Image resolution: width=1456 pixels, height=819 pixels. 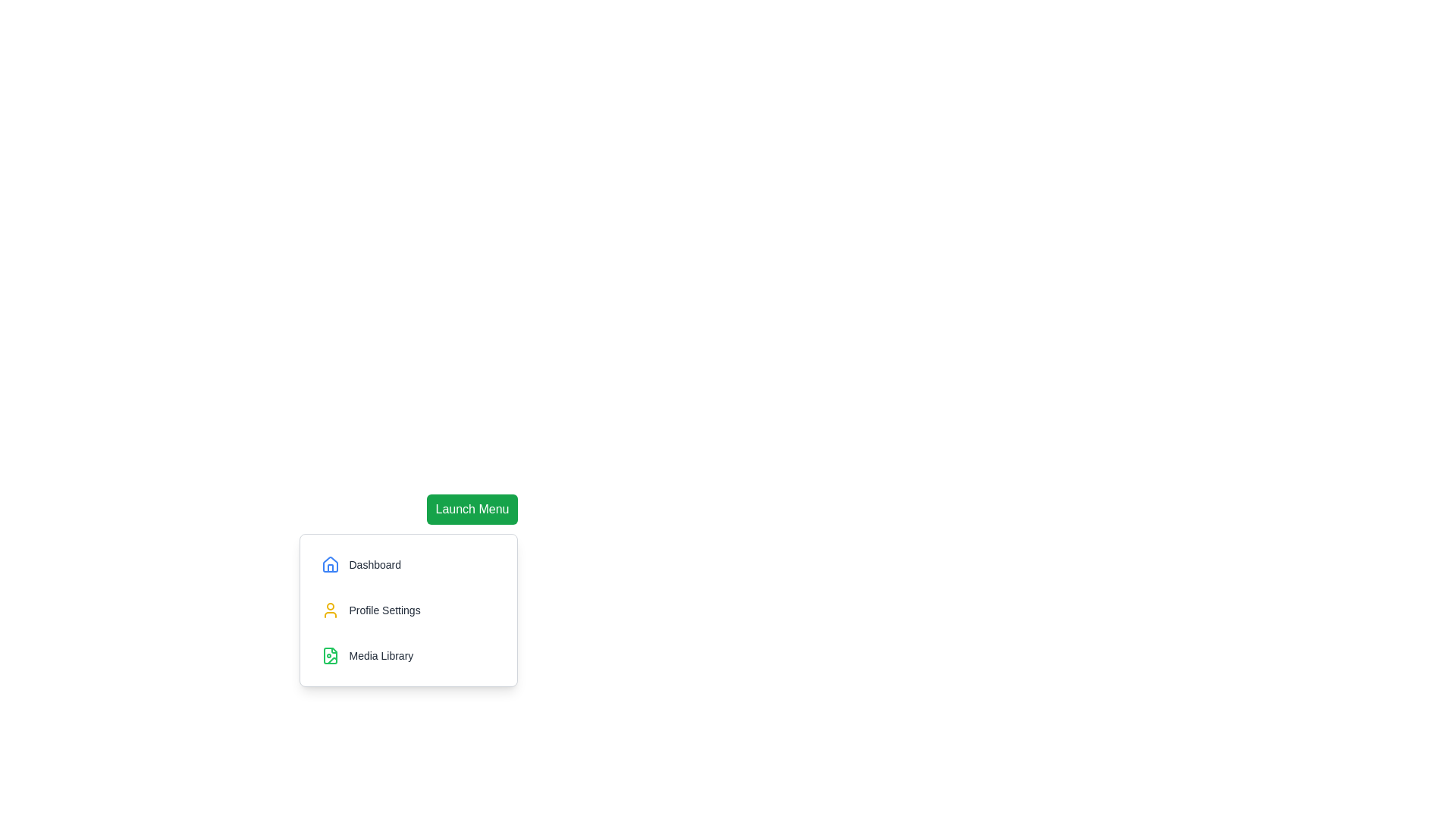 What do you see at coordinates (375, 564) in the screenshot?
I see `the 'Dashboard' label located to the right of the blue house icon in the vertical menu` at bounding box center [375, 564].